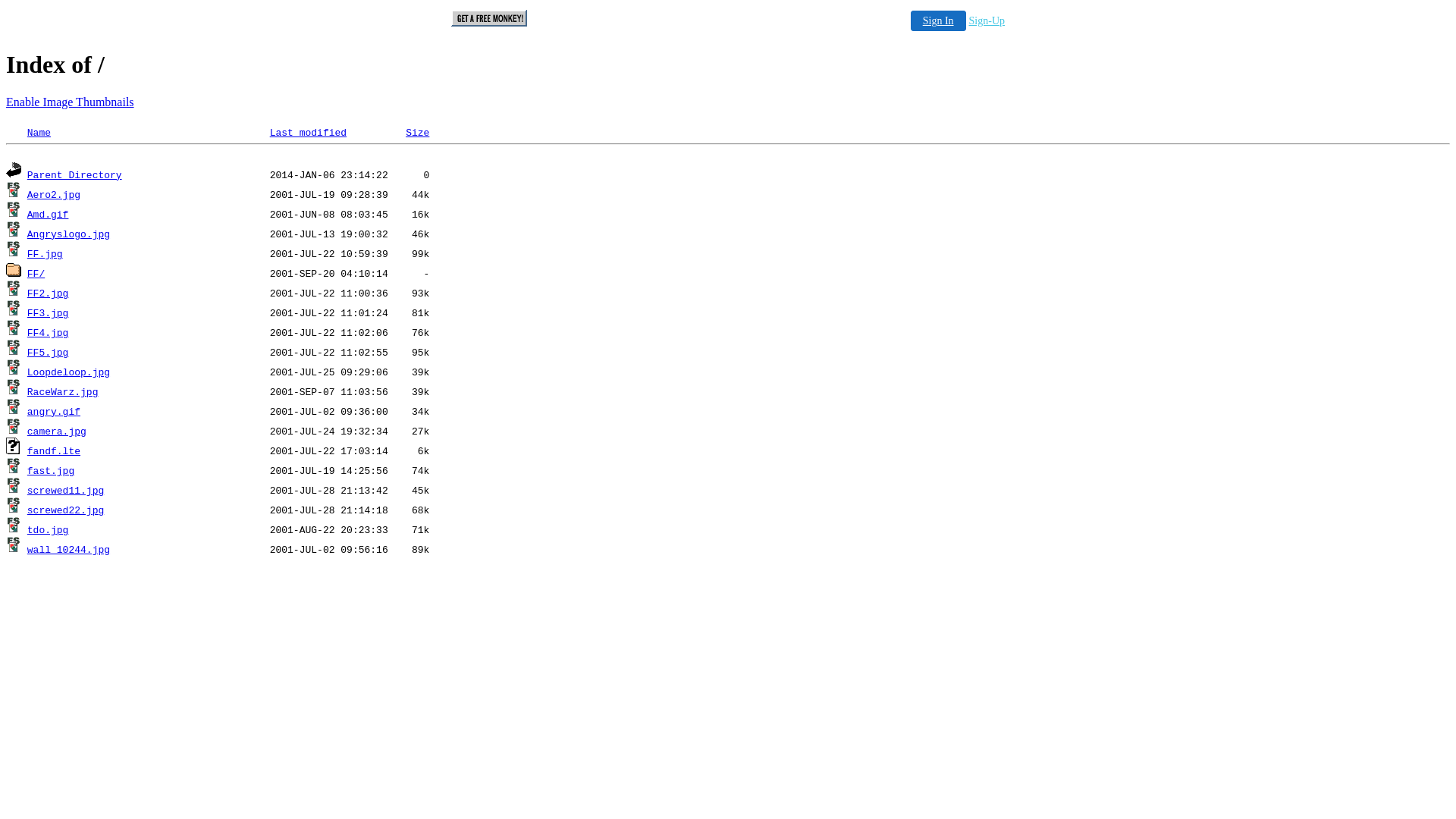  I want to click on 'Angryslogo.jpg', so click(67, 234).